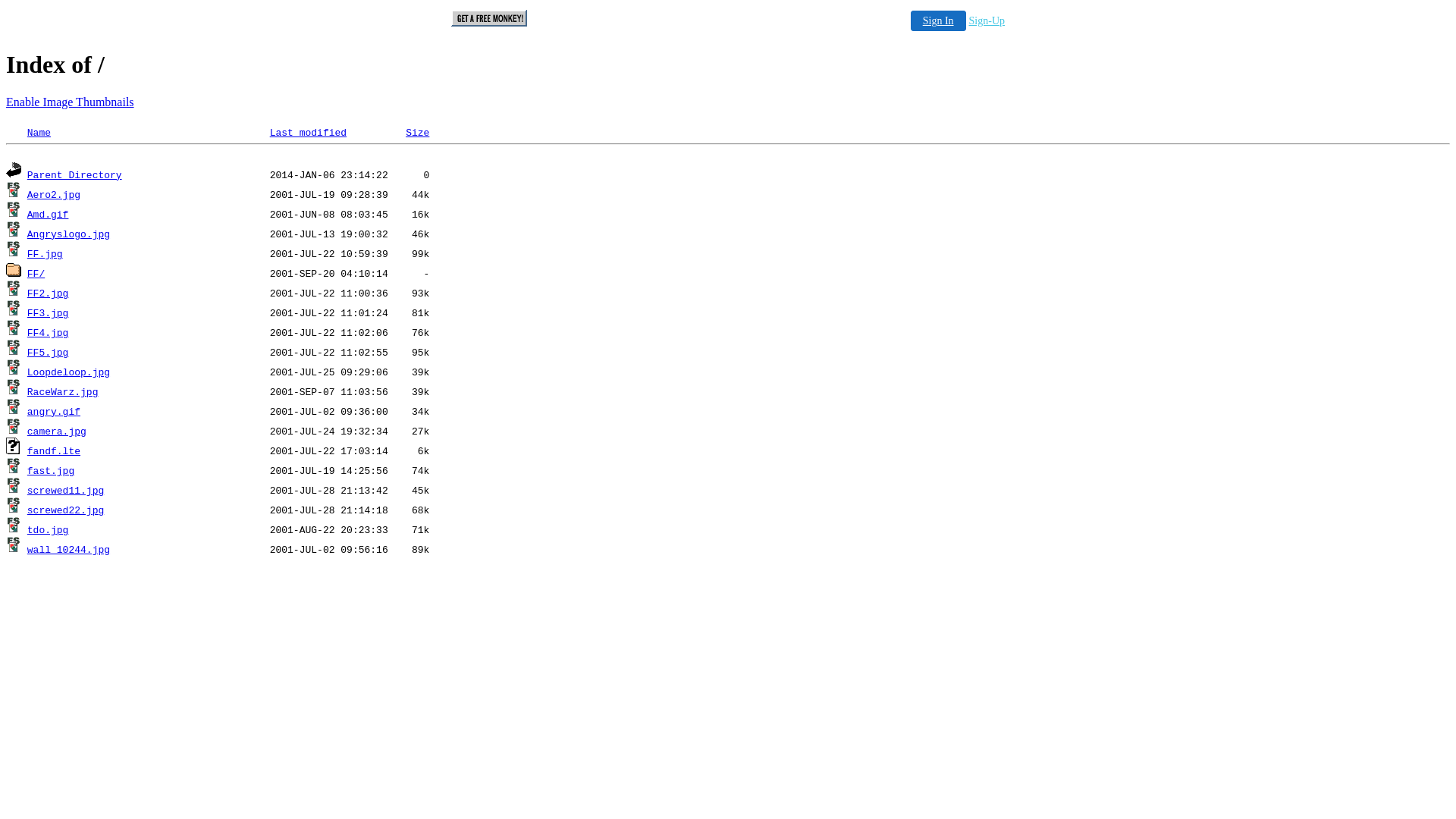  I want to click on 'Angryslogo.jpg', so click(67, 234).